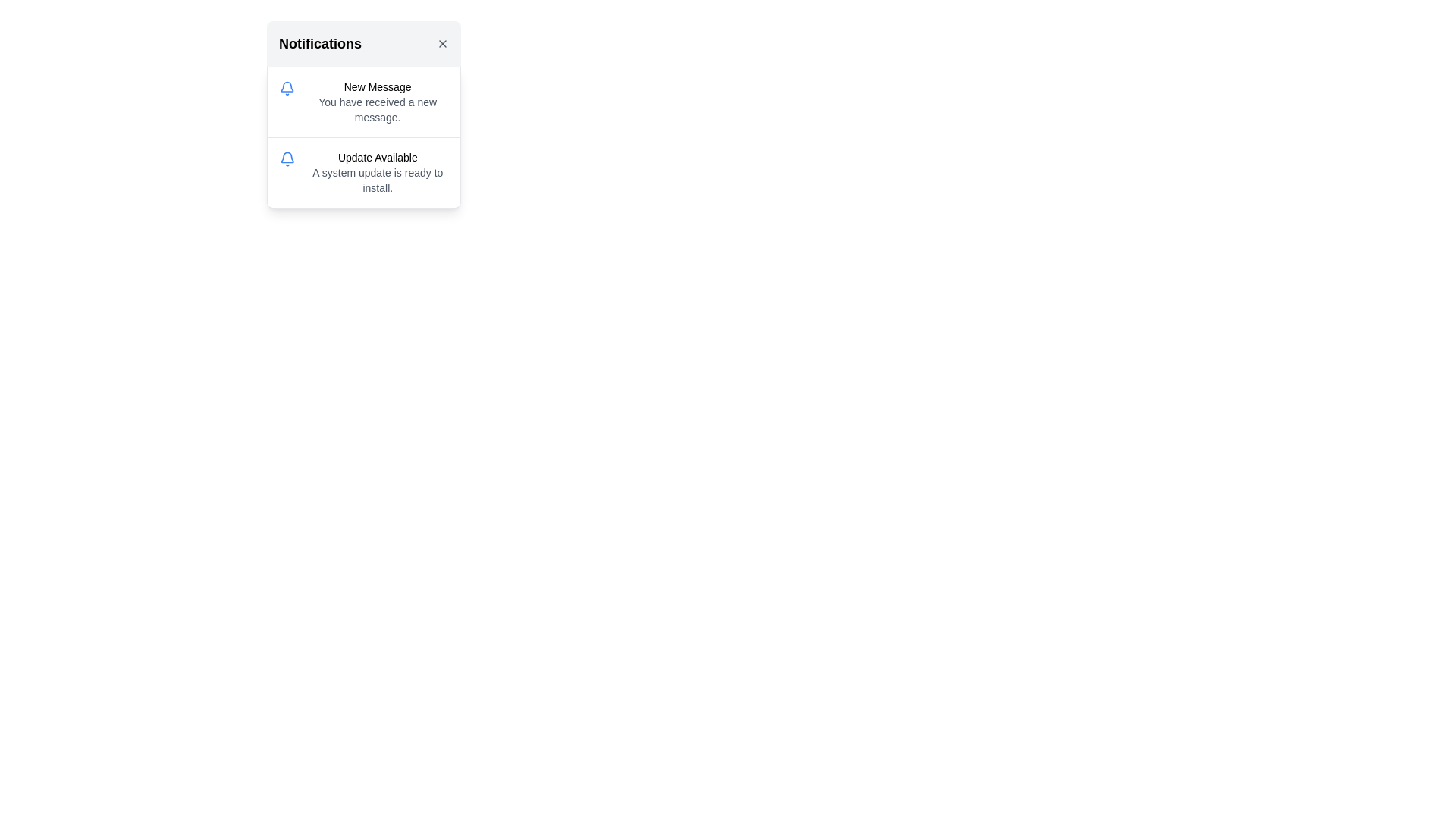  What do you see at coordinates (378, 158) in the screenshot?
I see `the 'Update Available' label located in the second notification card, which is styled with a medium sans-serif font and positioned above an explanatory text` at bounding box center [378, 158].